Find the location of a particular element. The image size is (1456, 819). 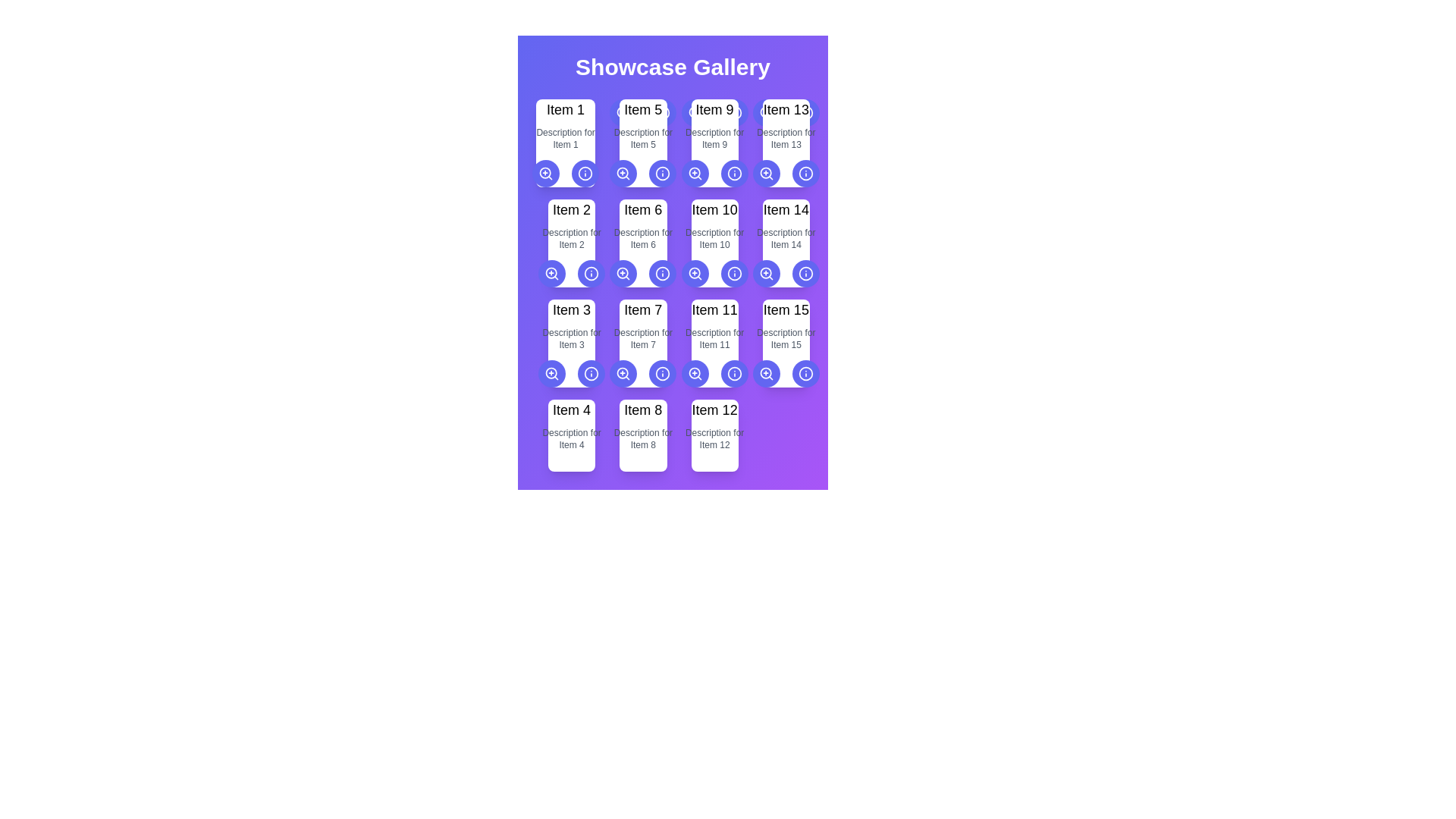

the small circular information icon with a purple background and white 'i' symbol located in the top row, fourth column of the grid layout, under the card labeled 'Item 13' is located at coordinates (585, 172).